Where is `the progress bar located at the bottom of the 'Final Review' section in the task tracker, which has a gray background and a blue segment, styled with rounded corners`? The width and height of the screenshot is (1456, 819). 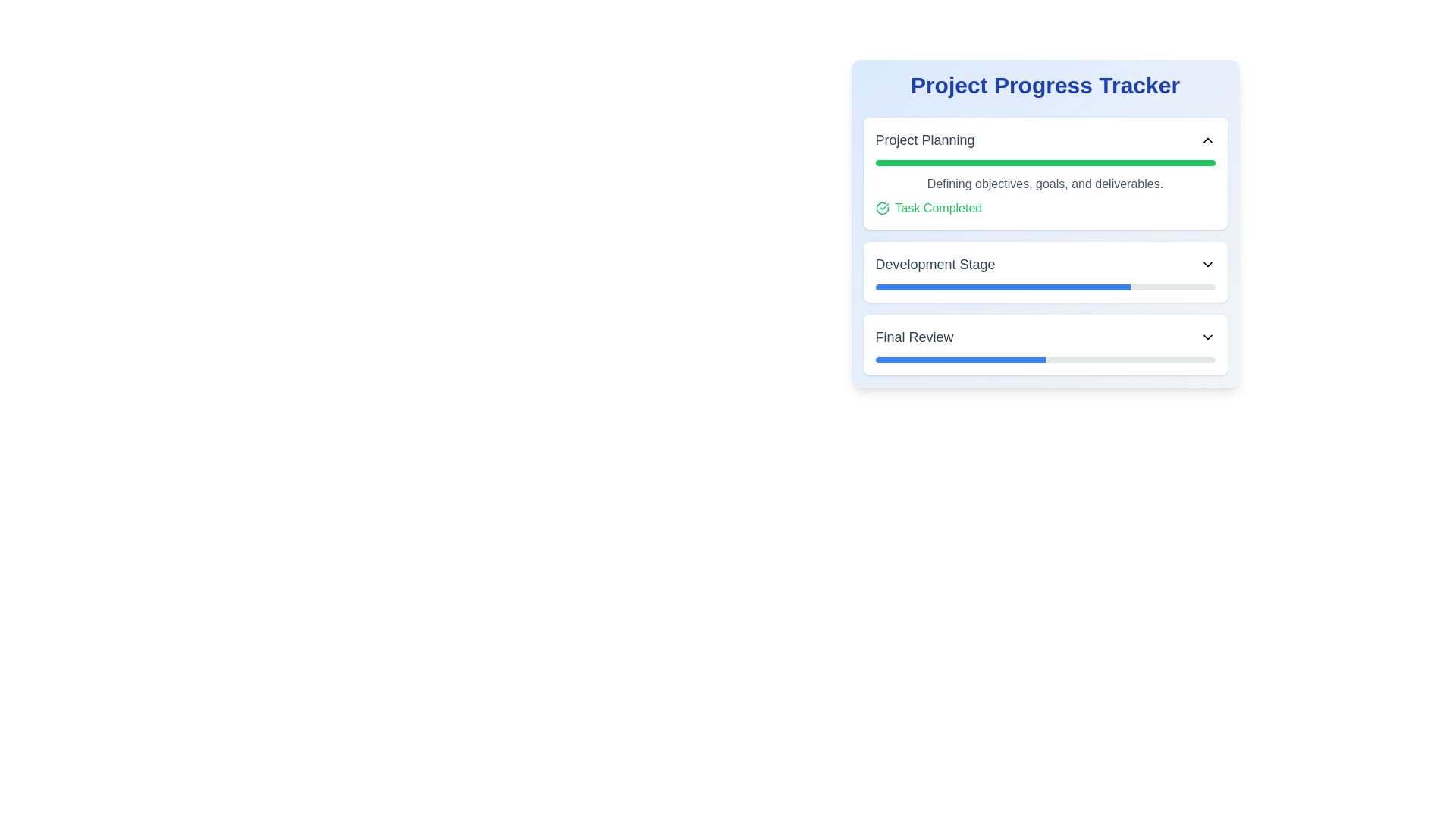 the progress bar located at the bottom of the 'Final Review' section in the task tracker, which has a gray background and a blue segment, styled with rounded corners is located at coordinates (1044, 359).